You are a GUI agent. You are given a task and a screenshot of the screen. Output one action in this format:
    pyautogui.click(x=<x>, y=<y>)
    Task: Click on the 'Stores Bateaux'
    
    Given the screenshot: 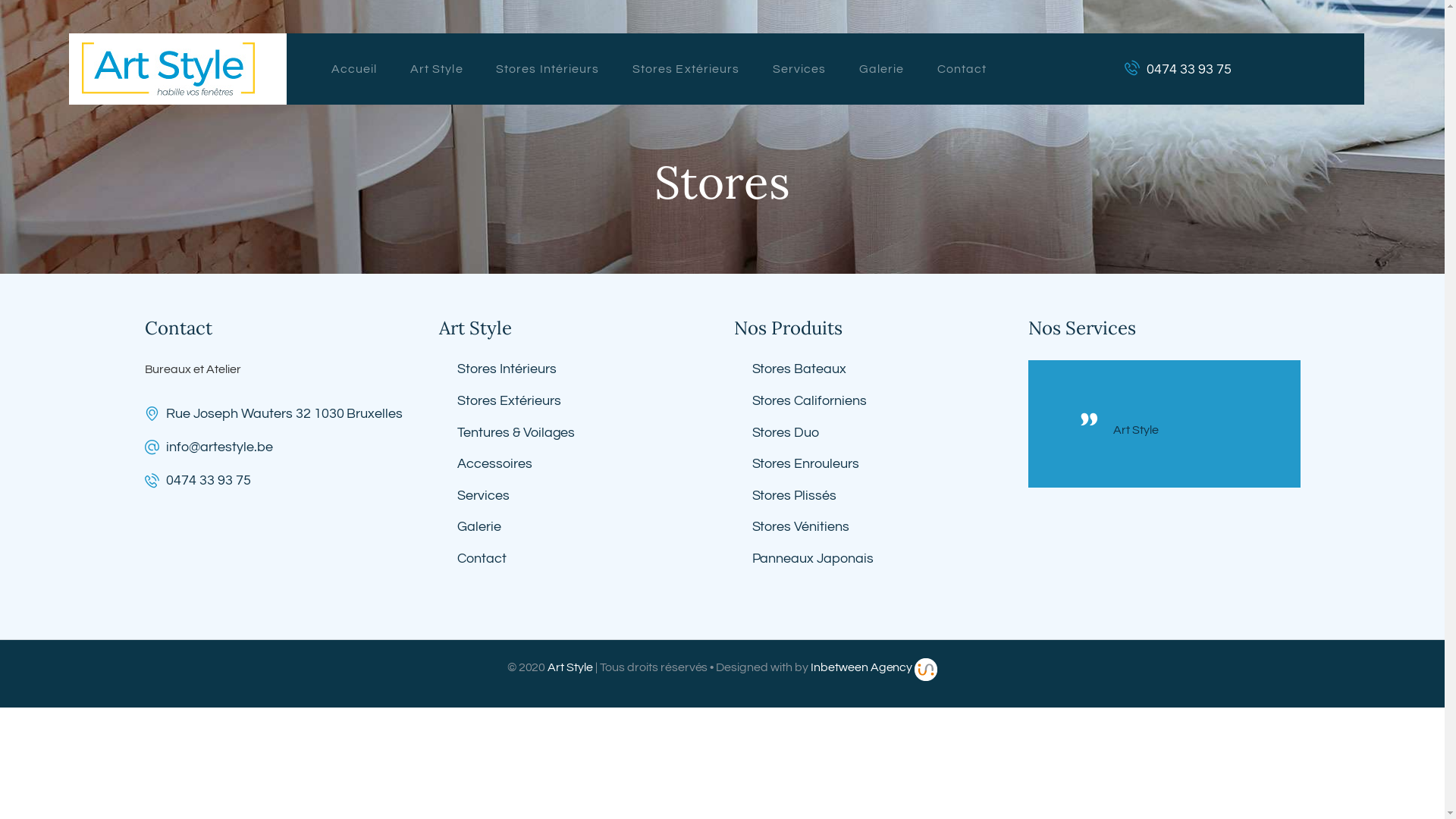 What is the action you would take?
    pyautogui.click(x=799, y=369)
    